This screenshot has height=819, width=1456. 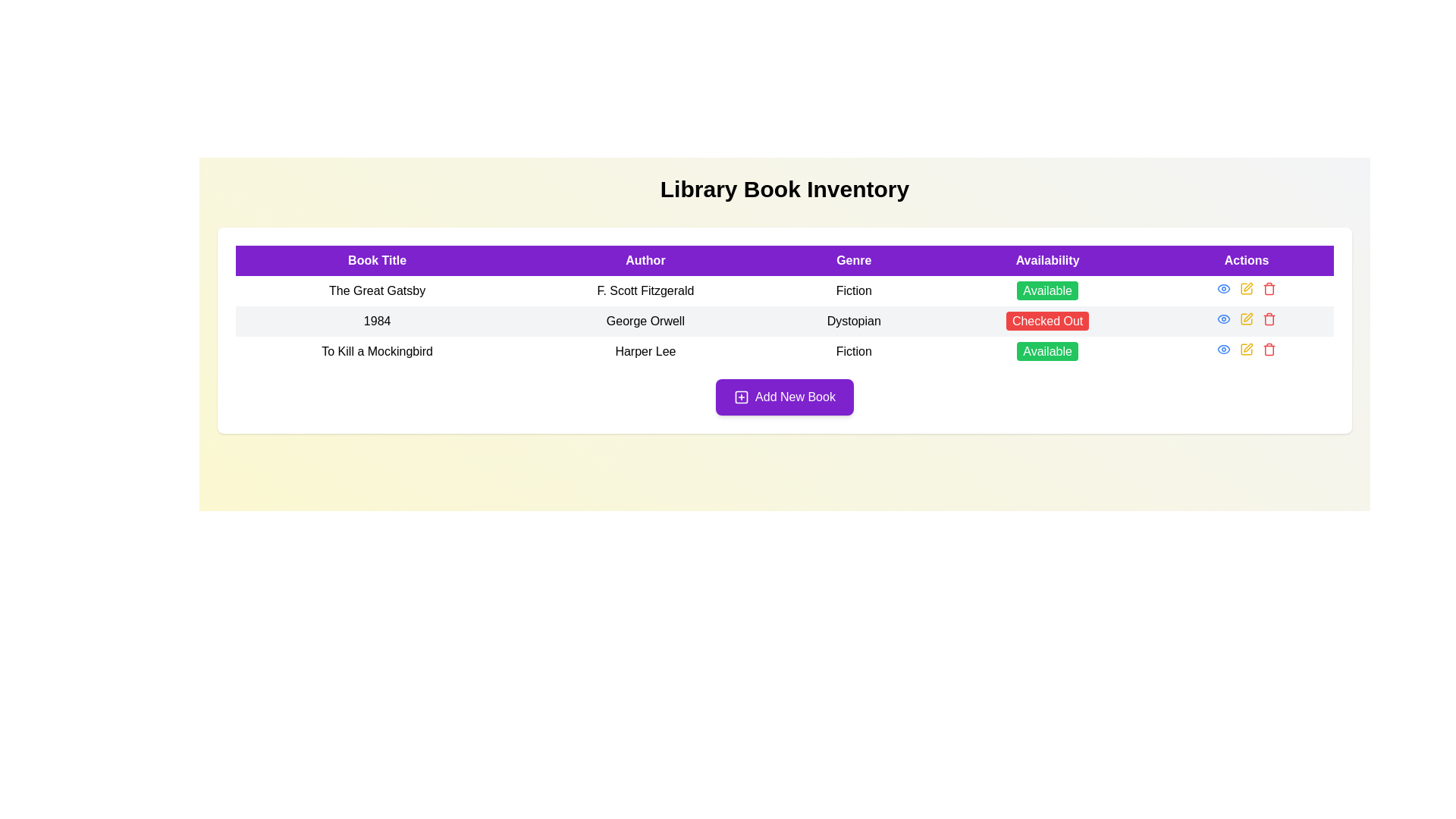 I want to click on the edit icon in the 'Actions' column for the book '1984' to initiate the edit action, so click(x=1248, y=315).